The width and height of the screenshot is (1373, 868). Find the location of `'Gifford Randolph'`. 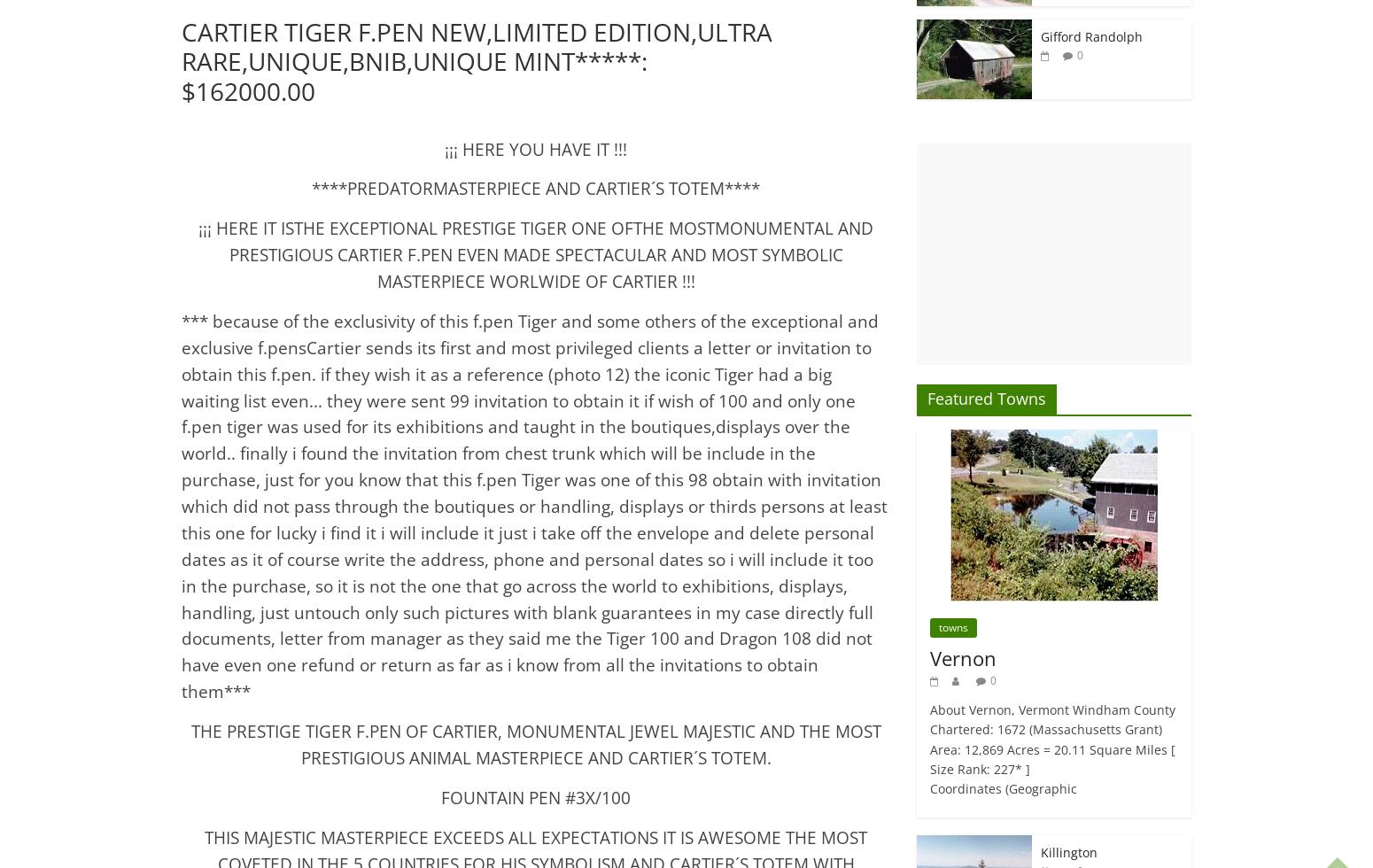

'Gifford Randolph' is located at coordinates (1091, 35).